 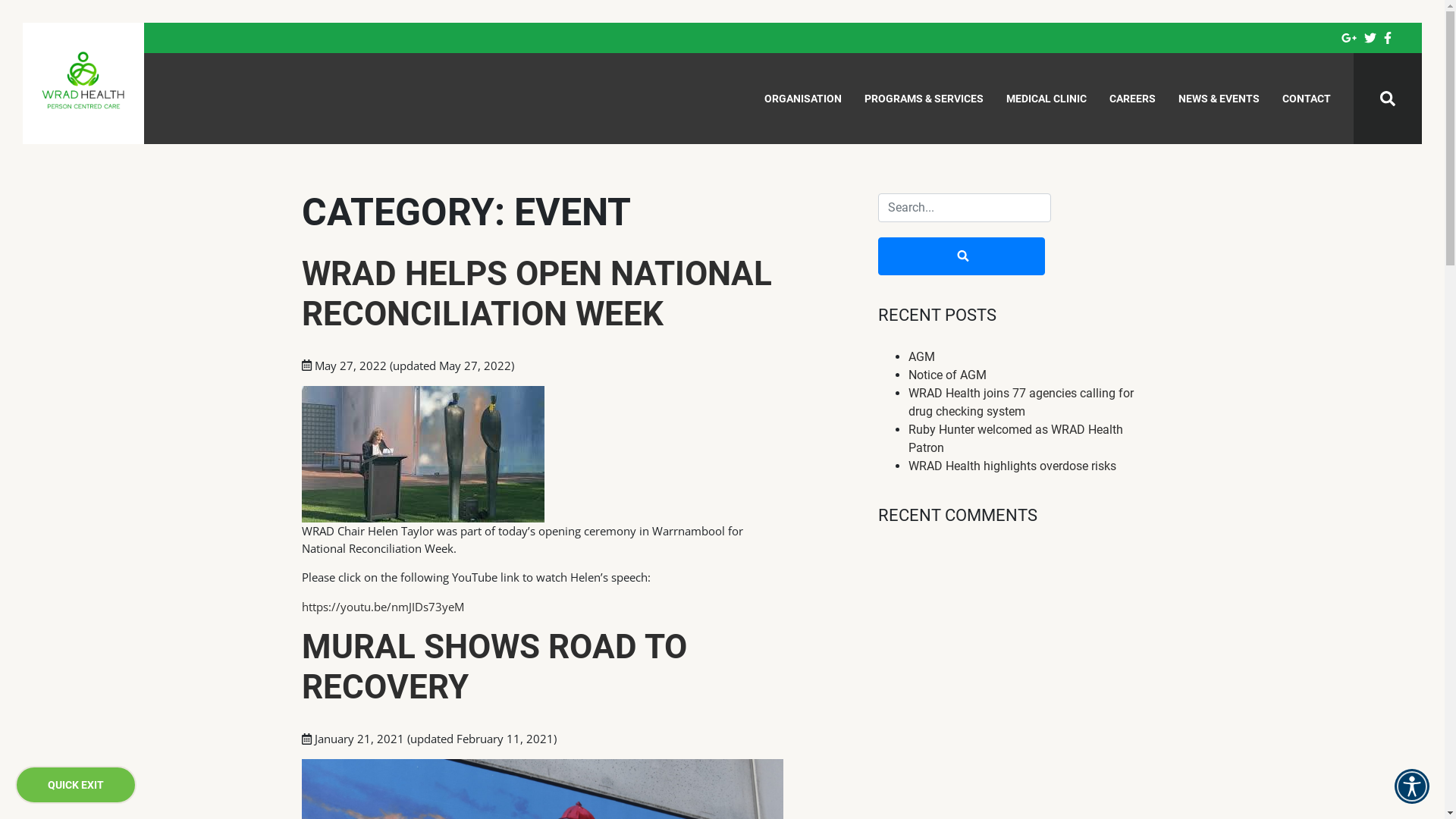 I want to click on 'QUICK EXIT', so click(x=14, y=784).